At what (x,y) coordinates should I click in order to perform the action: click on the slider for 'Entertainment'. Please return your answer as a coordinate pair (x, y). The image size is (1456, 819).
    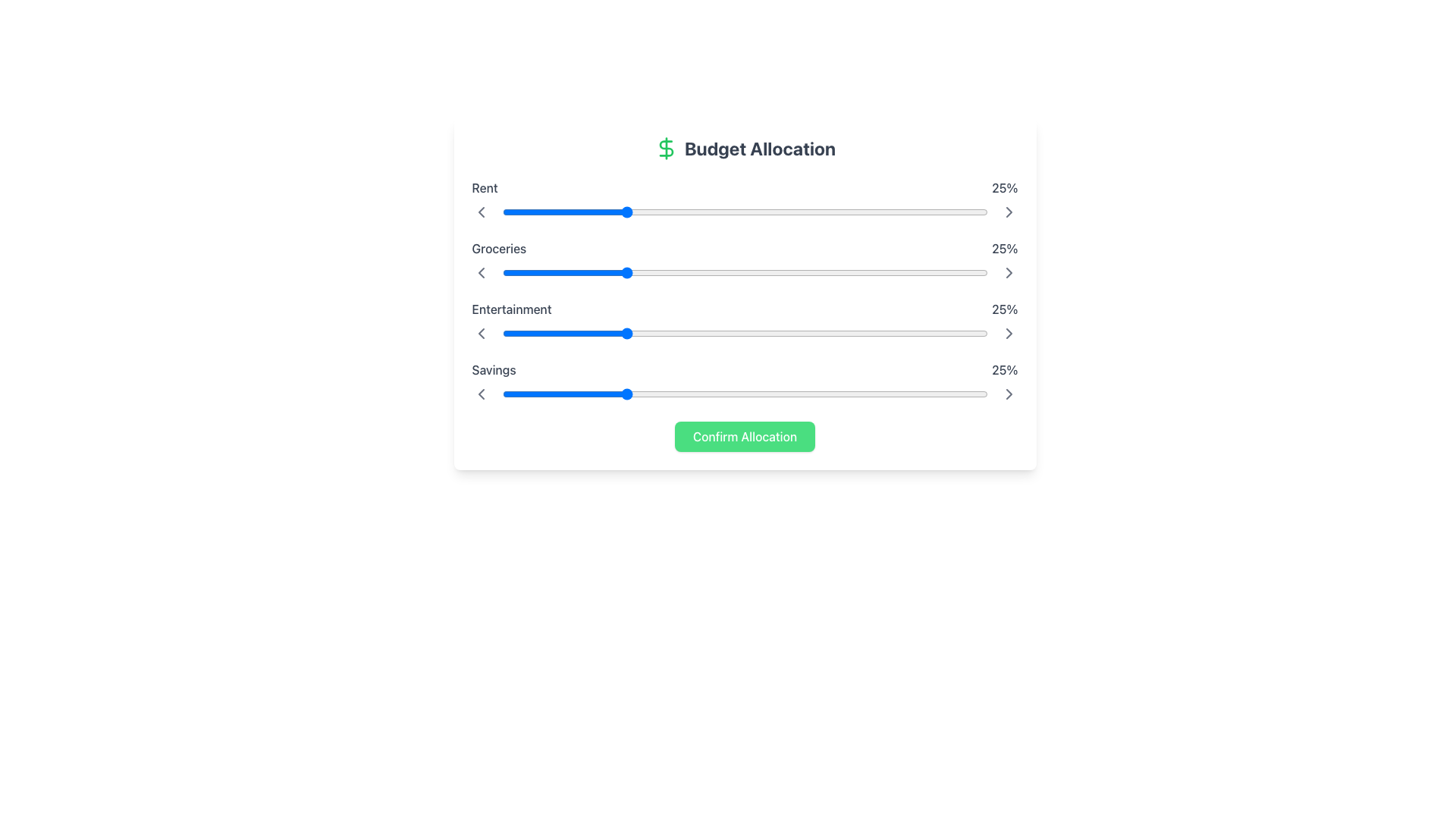
    Looking at the image, I should click on (769, 332).